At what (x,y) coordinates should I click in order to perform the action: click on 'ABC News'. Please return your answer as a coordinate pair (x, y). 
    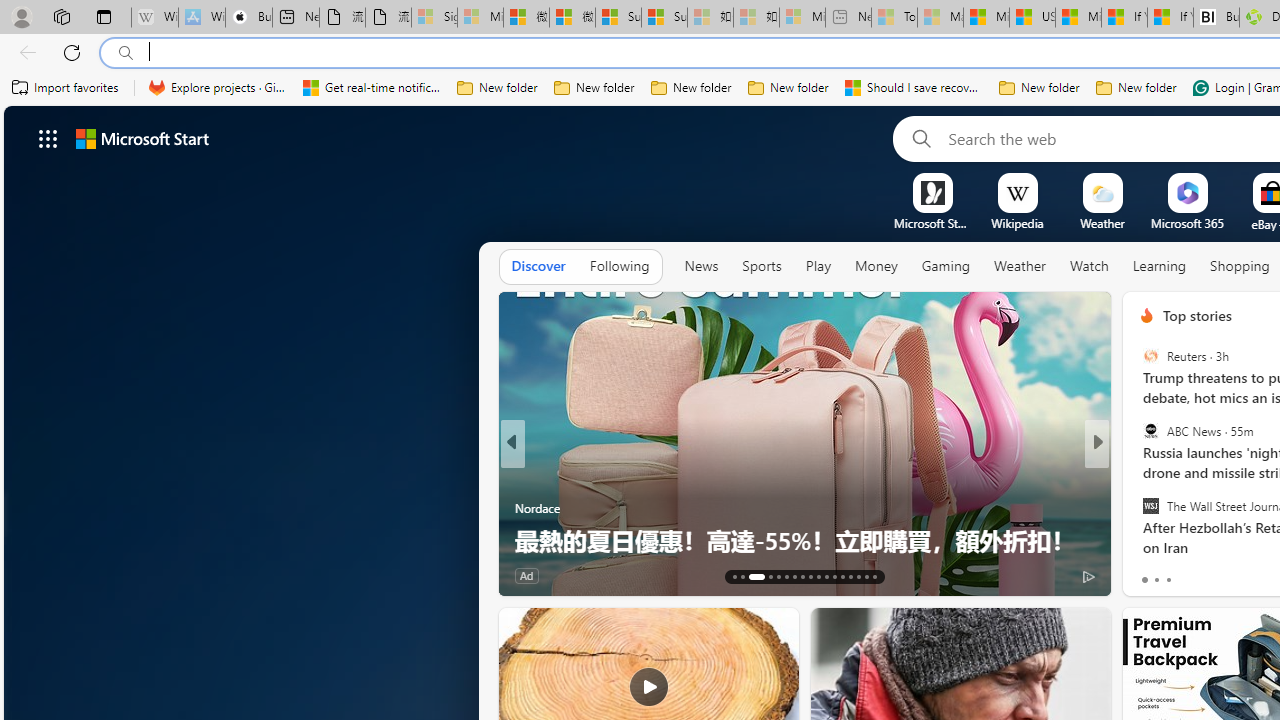
    Looking at the image, I should click on (1150, 430).